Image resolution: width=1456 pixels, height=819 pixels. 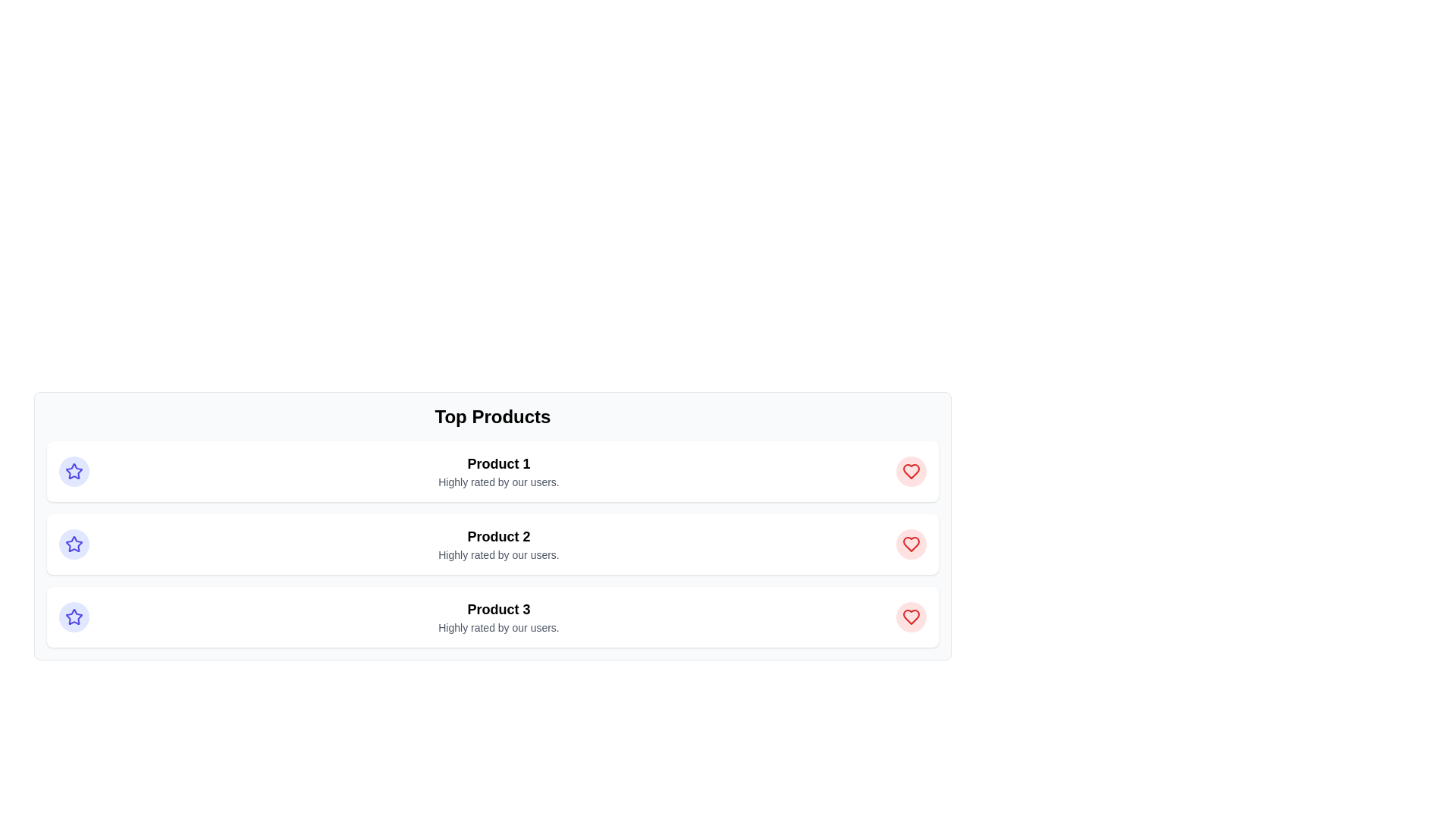 What do you see at coordinates (73, 543) in the screenshot?
I see `the rating icon located to the left side of the 'Product 2' text in the second row of the list by moving the cursor to its center point` at bounding box center [73, 543].